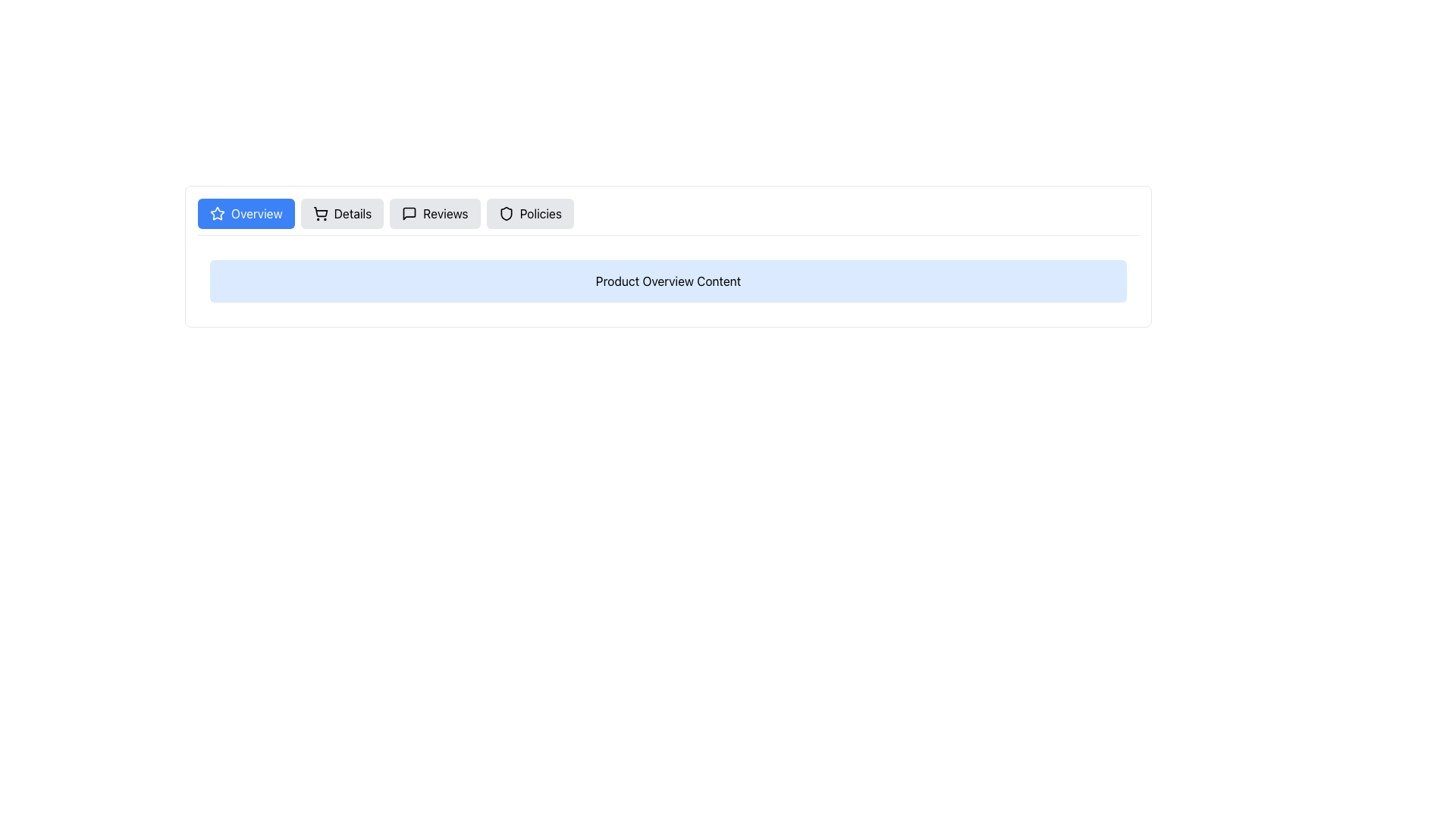 Image resolution: width=1456 pixels, height=819 pixels. What do you see at coordinates (217, 213) in the screenshot?
I see `the star icon located within the 'Overview' button, which is the first tab in the navigation options at the top of the interface` at bounding box center [217, 213].